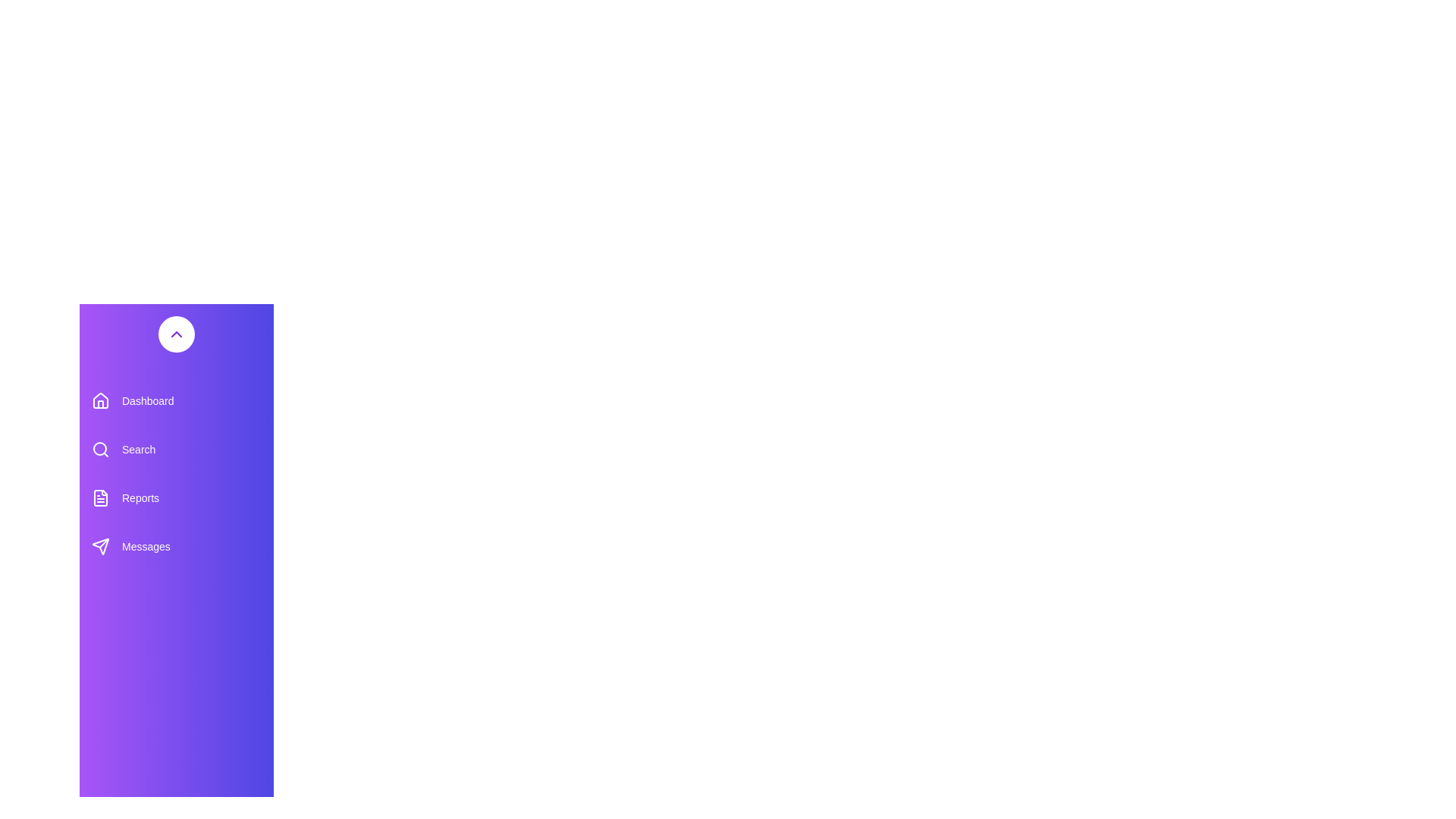 The image size is (1456, 819). I want to click on the upward chevron icon contained within the circular button at the top of the vertical menu panel, so click(177, 333).